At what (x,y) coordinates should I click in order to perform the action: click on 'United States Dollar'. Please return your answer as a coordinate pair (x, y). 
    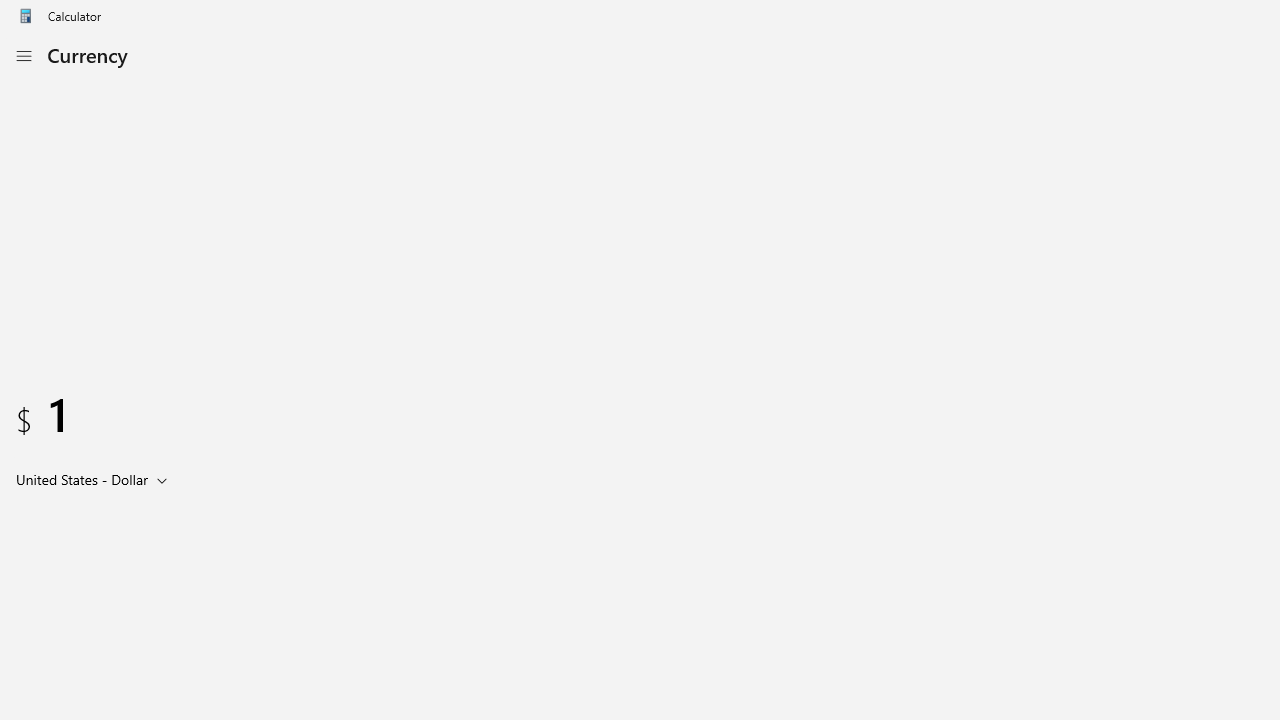
    Looking at the image, I should click on (80, 479).